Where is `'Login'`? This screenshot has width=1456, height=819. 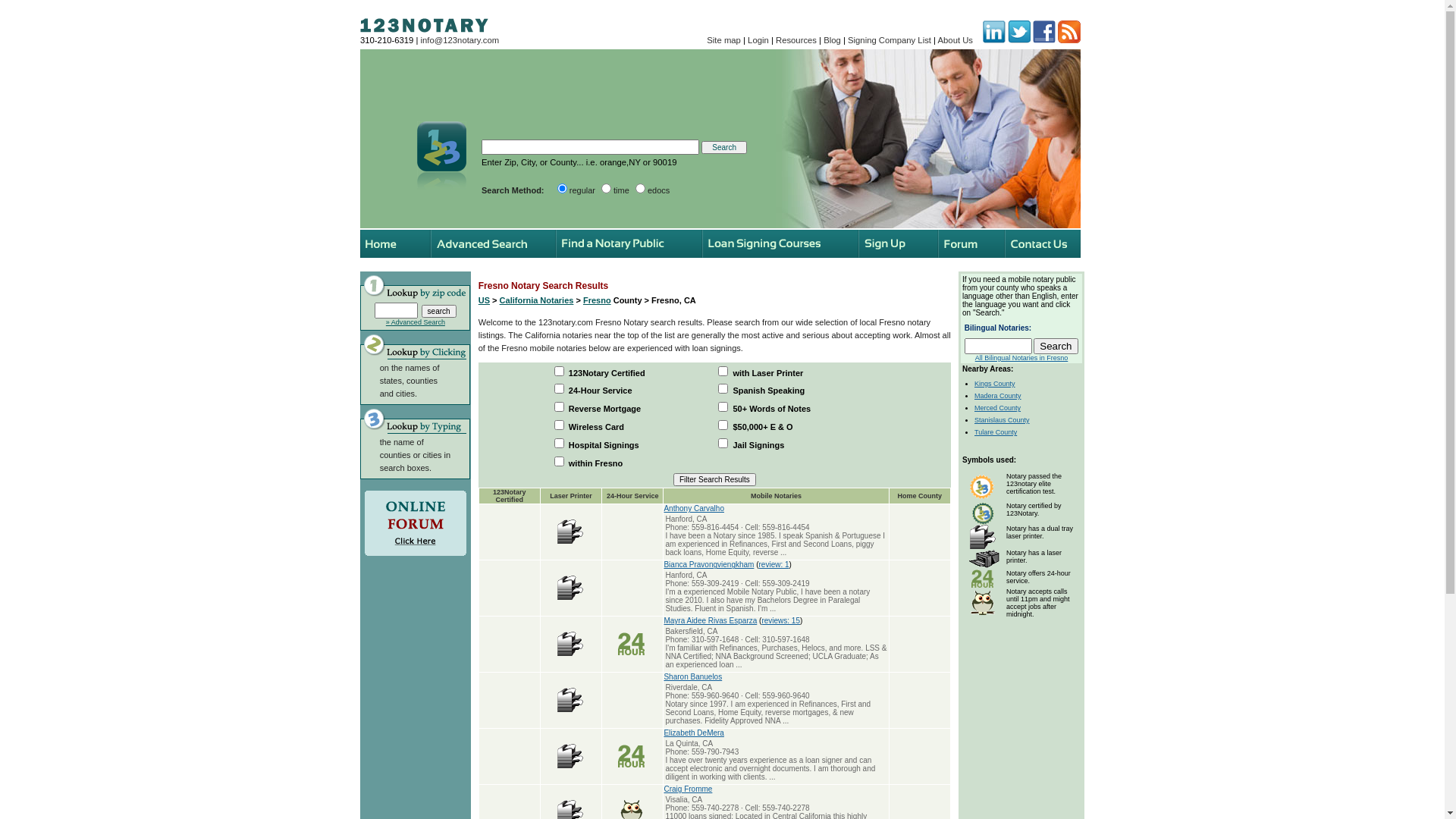 'Login' is located at coordinates (758, 39).